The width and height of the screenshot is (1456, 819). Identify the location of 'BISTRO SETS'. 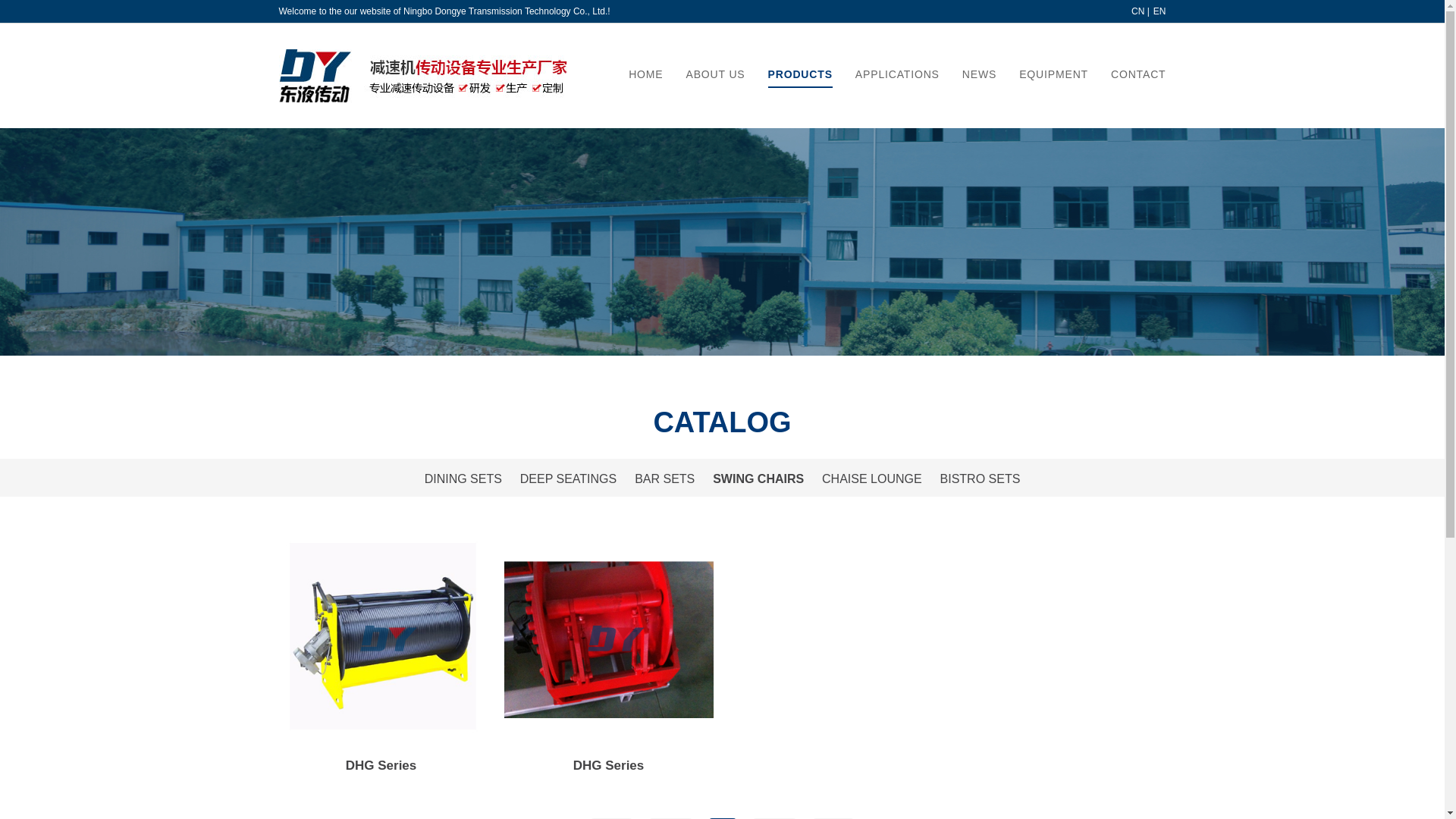
(980, 479).